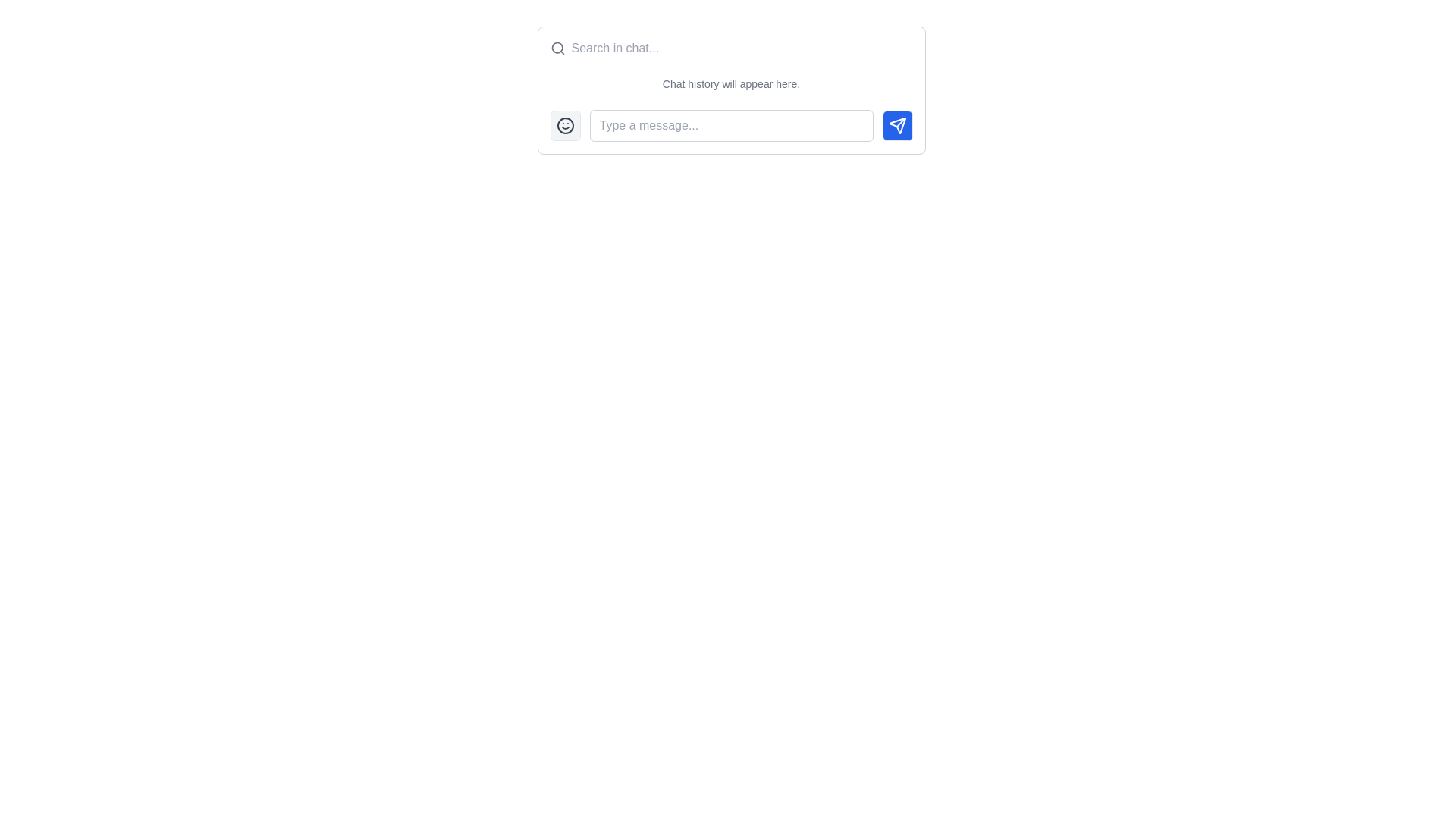 The image size is (1456, 819). What do you see at coordinates (564, 124) in the screenshot?
I see `the circular smiling face icon located in the top area of the page, slightly left of center` at bounding box center [564, 124].